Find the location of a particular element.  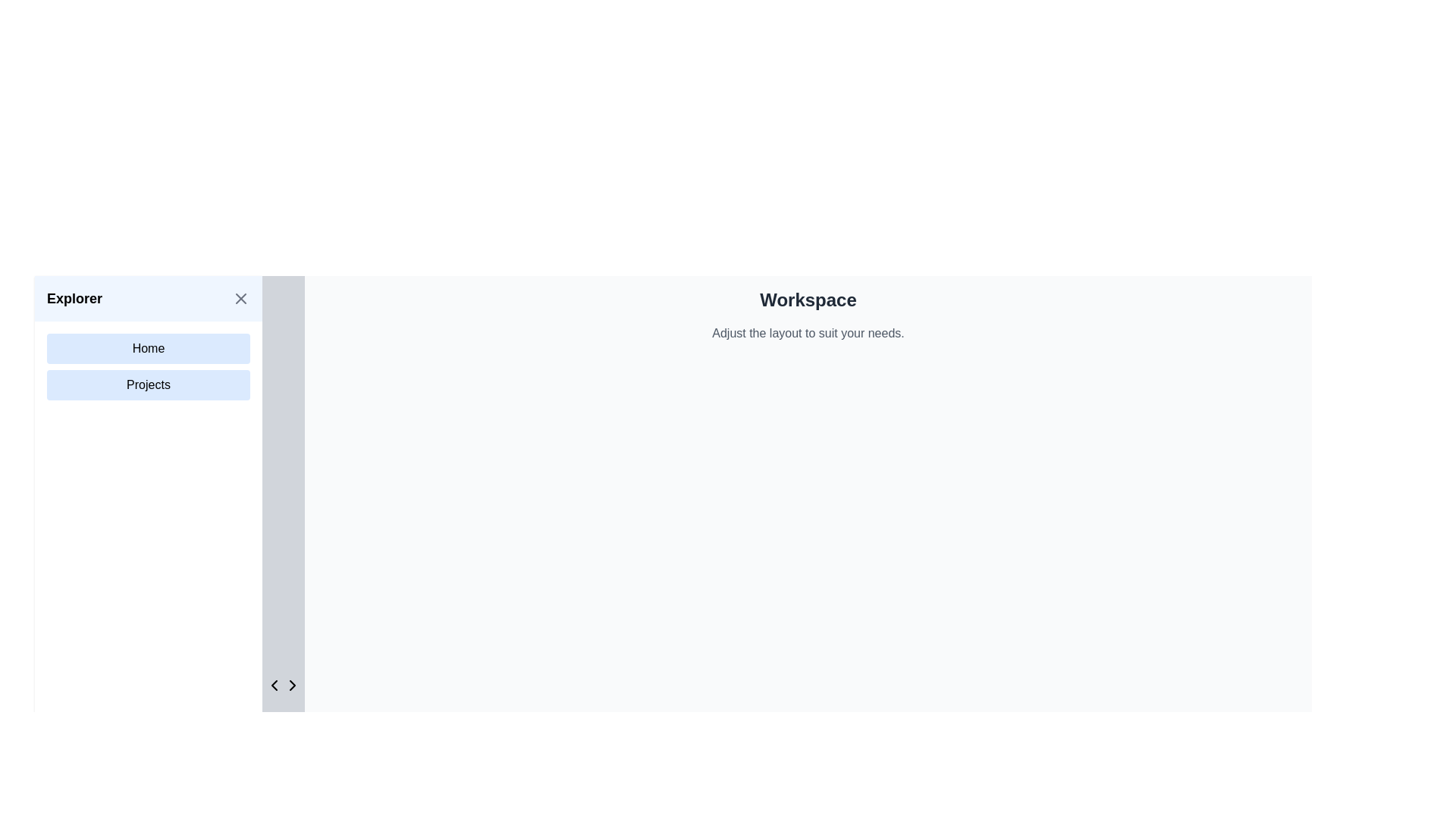

the Static Text Label that serves as a heading or title for the section, located in the light blue bar of the left-side panel is located at coordinates (74, 298).